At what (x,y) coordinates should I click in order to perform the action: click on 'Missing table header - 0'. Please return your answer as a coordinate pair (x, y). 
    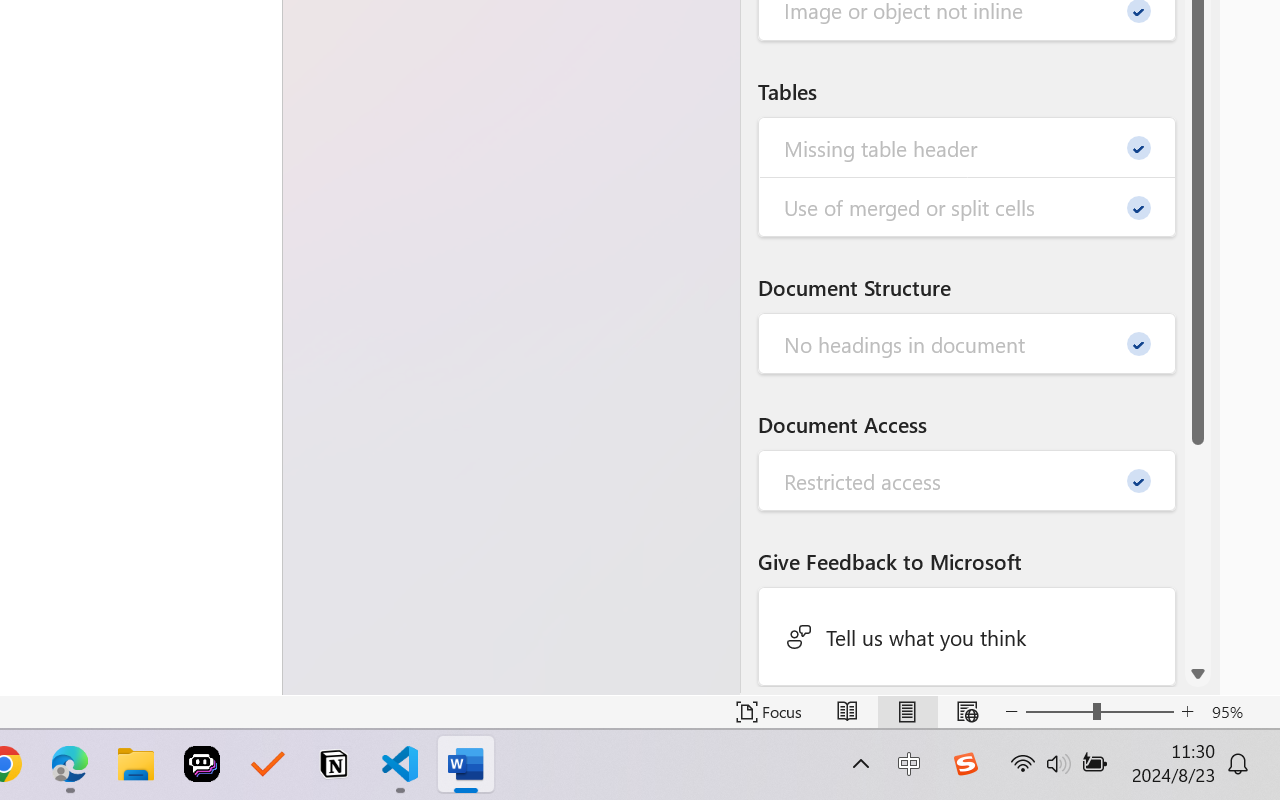
    Looking at the image, I should click on (967, 148).